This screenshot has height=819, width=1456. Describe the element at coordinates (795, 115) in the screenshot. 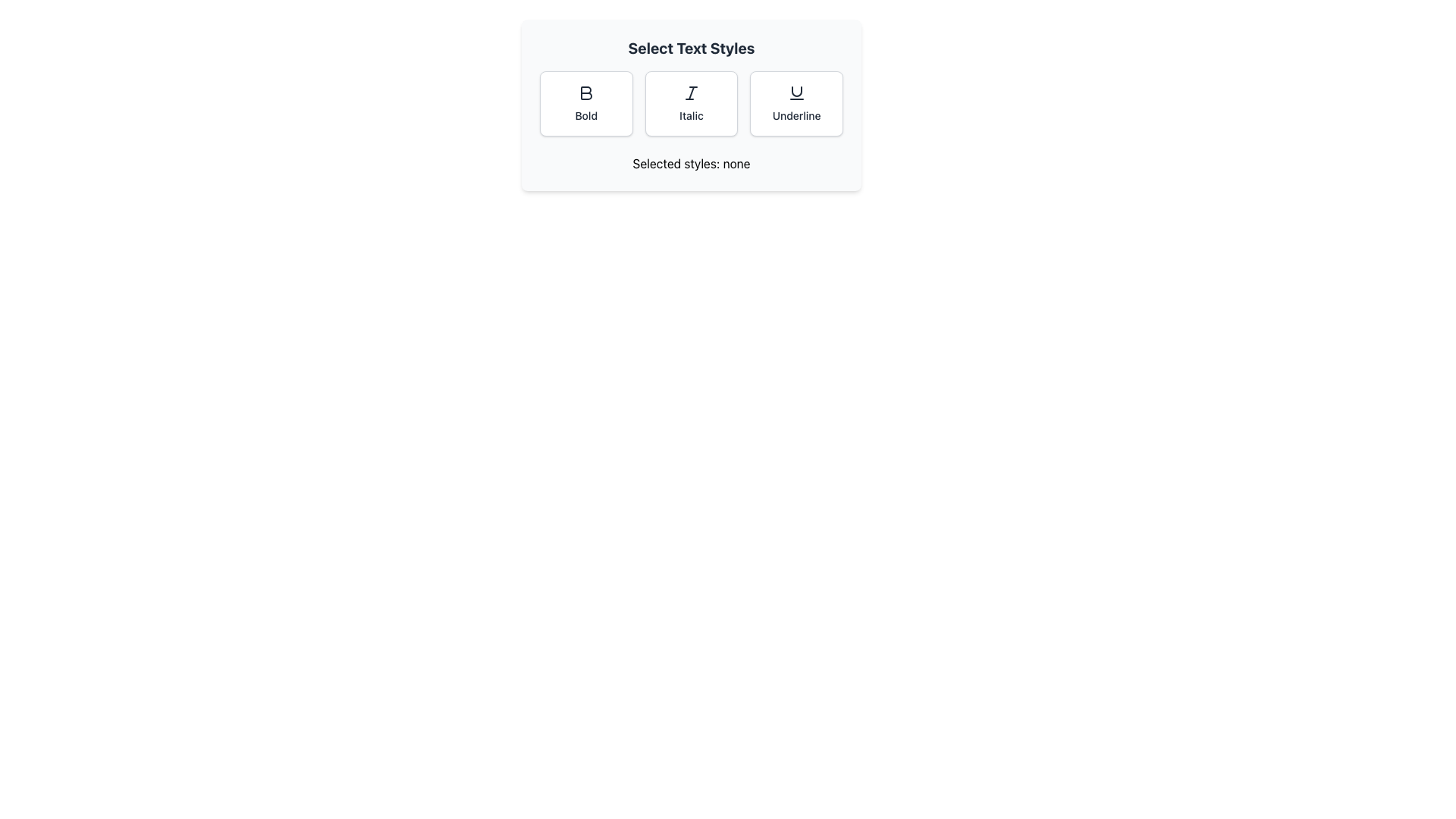

I see `the text label displaying the word 'Underline' located below the underlined 'U' icon` at that location.